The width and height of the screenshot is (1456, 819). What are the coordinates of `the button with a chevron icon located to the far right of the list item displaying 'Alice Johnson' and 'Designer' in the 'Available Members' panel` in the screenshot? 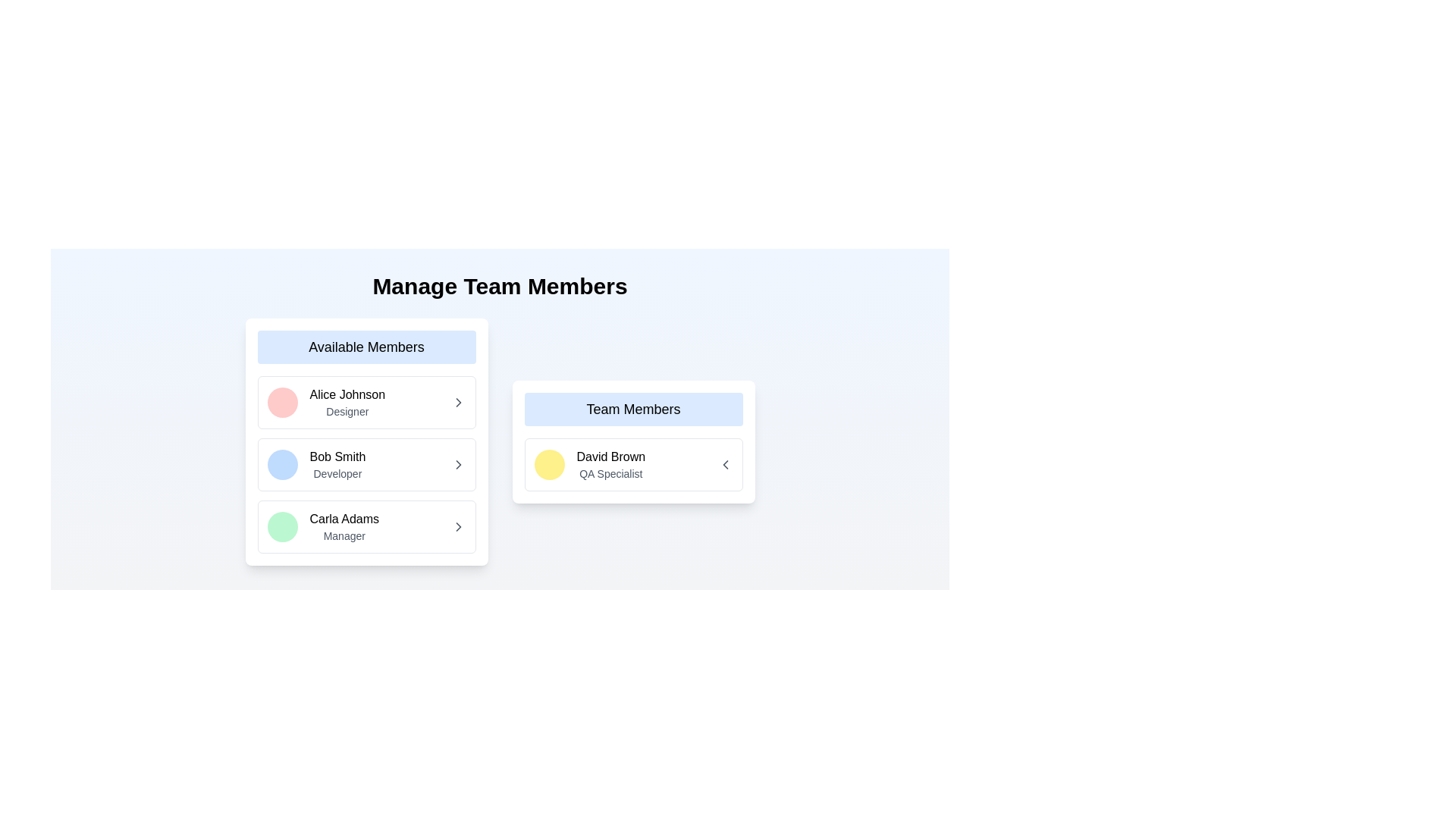 It's located at (457, 402).